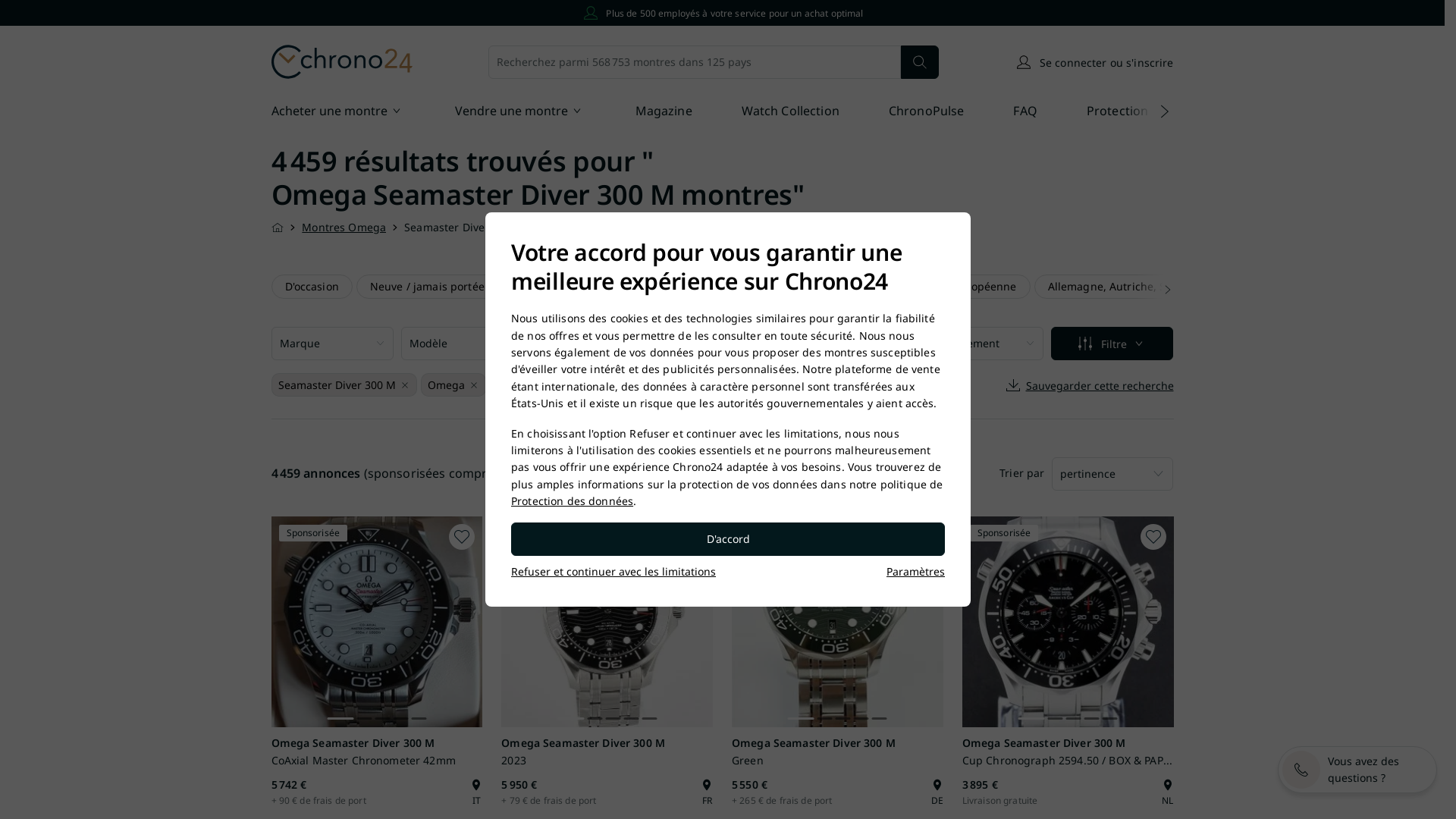 The height and width of the screenshot is (819, 1456). Describe the element at coordinates (475, 791) in the screenshot. I see `'IT'` at that location.